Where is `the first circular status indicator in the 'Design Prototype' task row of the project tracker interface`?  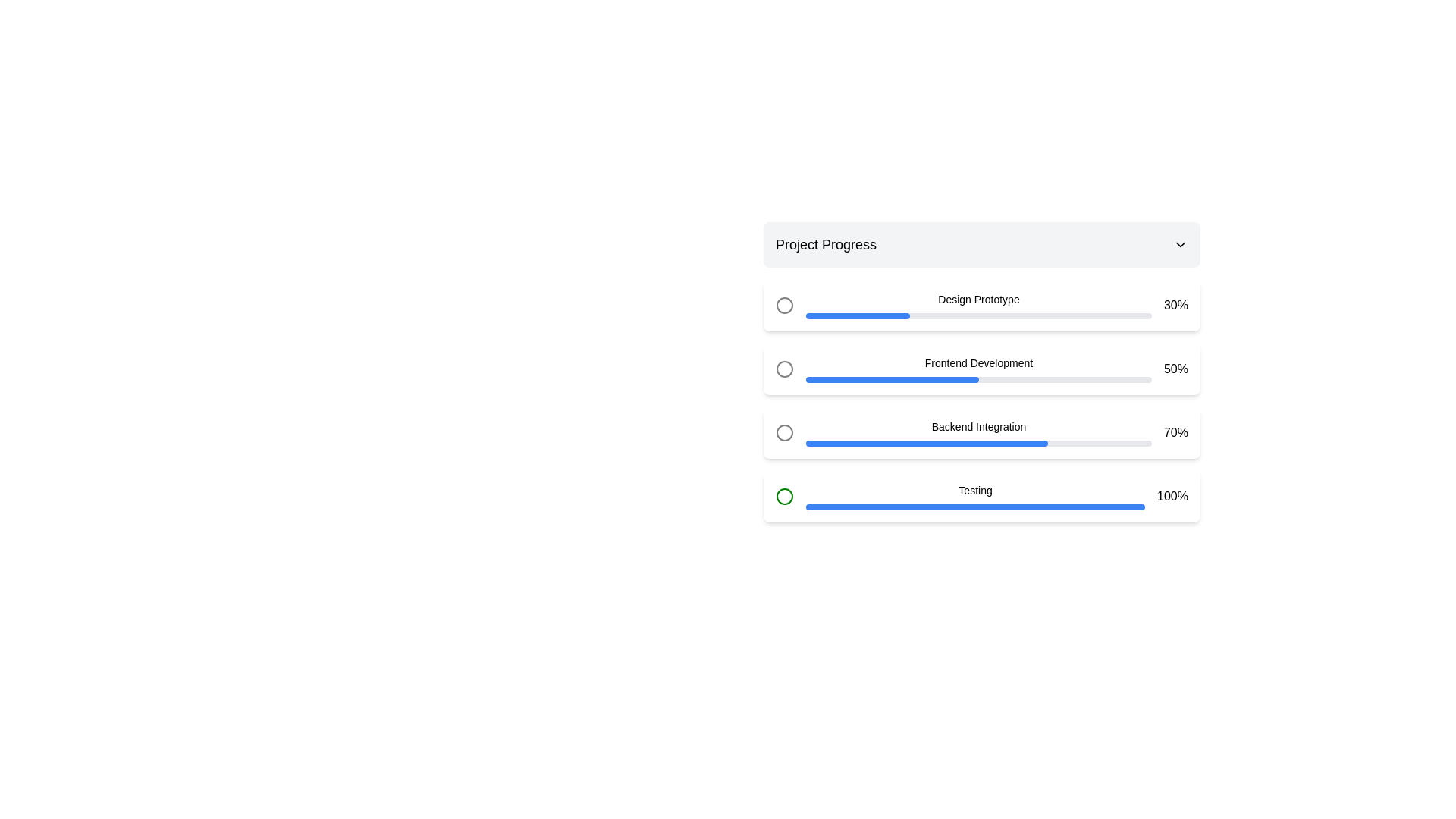
the first circular status indicator in the 'Design Prototype' task row of the project tracker interface is located at coordinates (785, 305).